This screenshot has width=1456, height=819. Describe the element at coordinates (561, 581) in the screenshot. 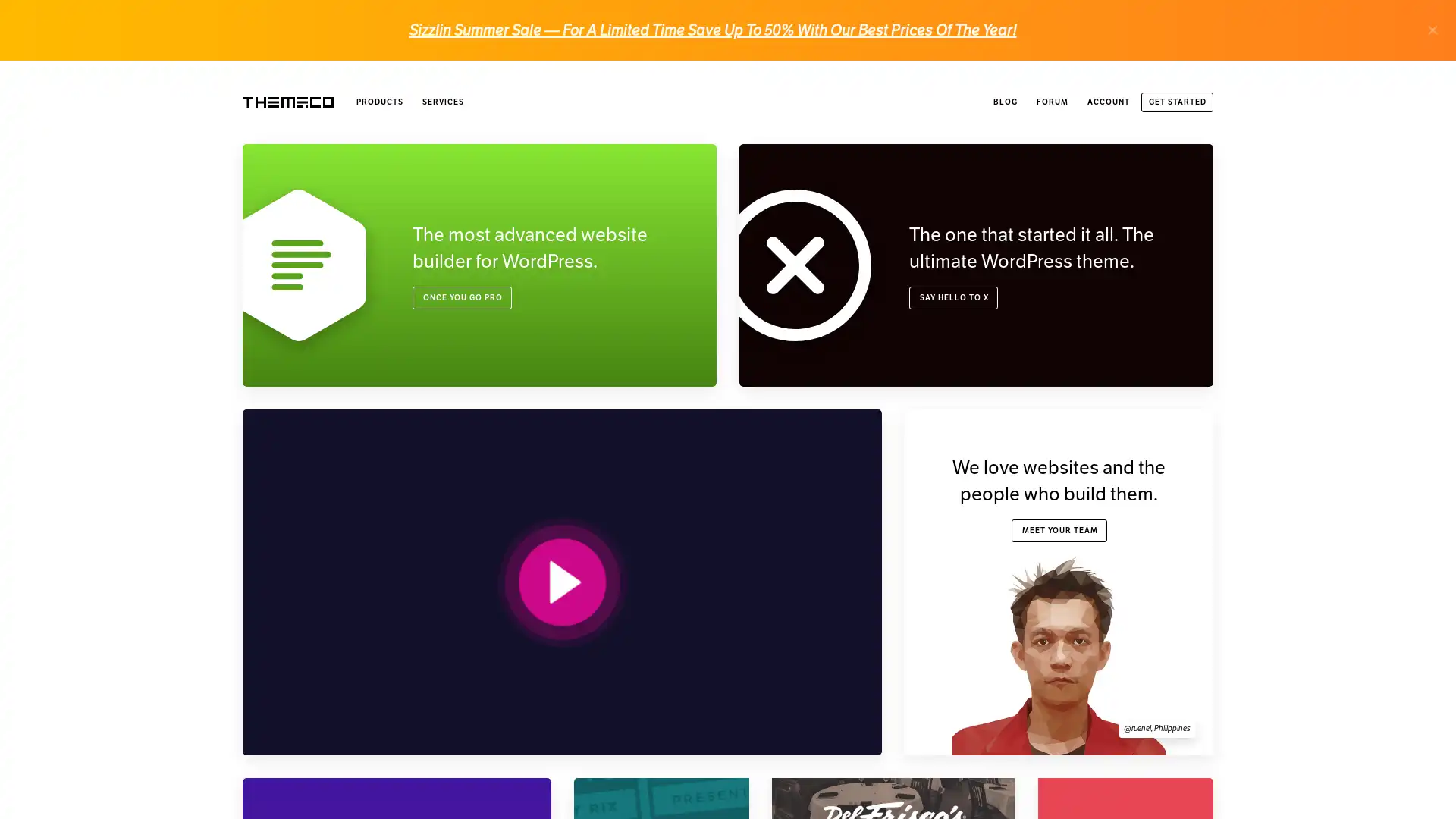

I see `PLAY VIDEO` at that location.